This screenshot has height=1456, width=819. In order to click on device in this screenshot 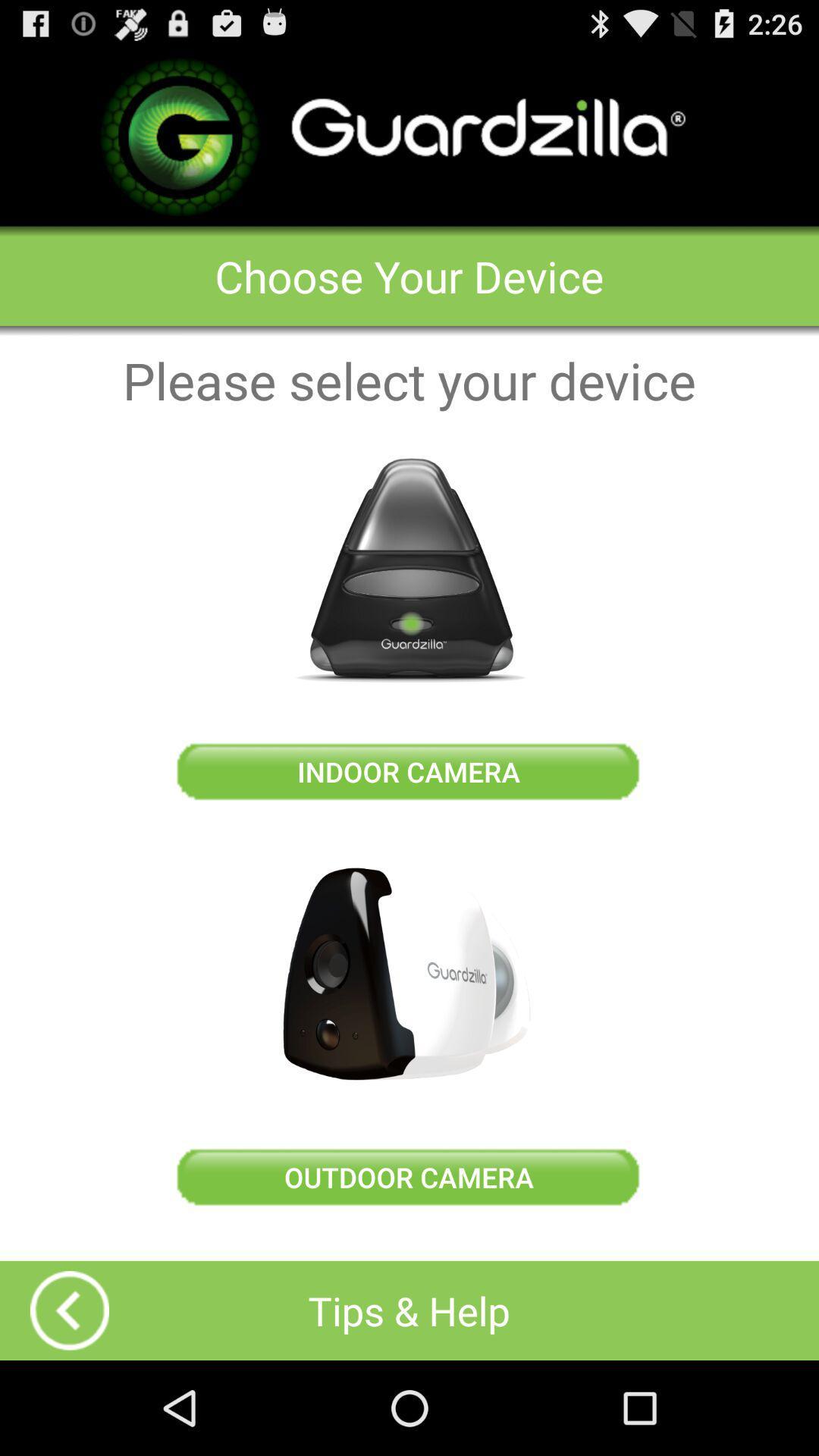, I will do `click(408, 974)`.